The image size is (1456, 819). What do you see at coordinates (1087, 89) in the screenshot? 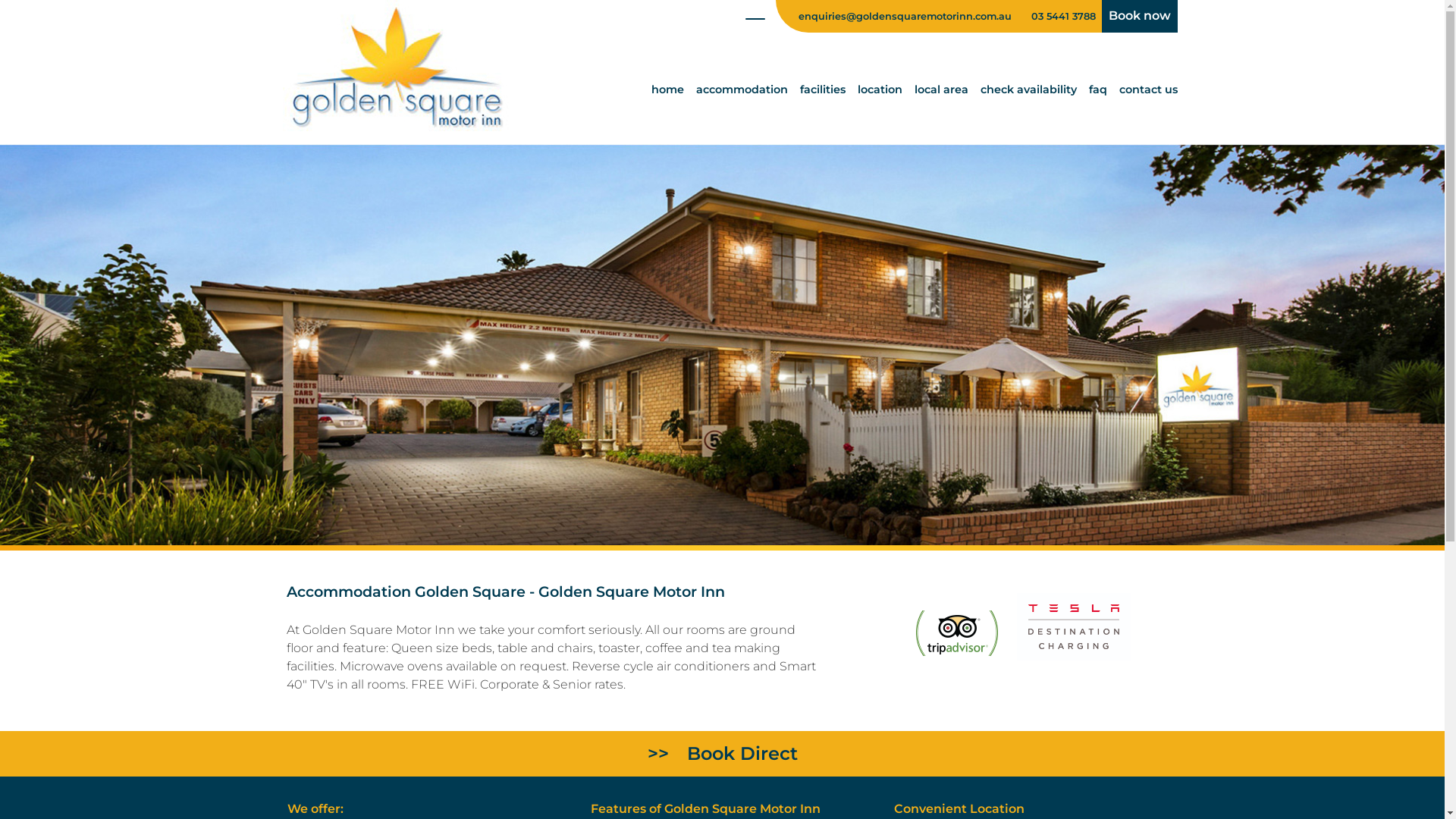
I see `'faq'` at bounding box center [1087, 89].